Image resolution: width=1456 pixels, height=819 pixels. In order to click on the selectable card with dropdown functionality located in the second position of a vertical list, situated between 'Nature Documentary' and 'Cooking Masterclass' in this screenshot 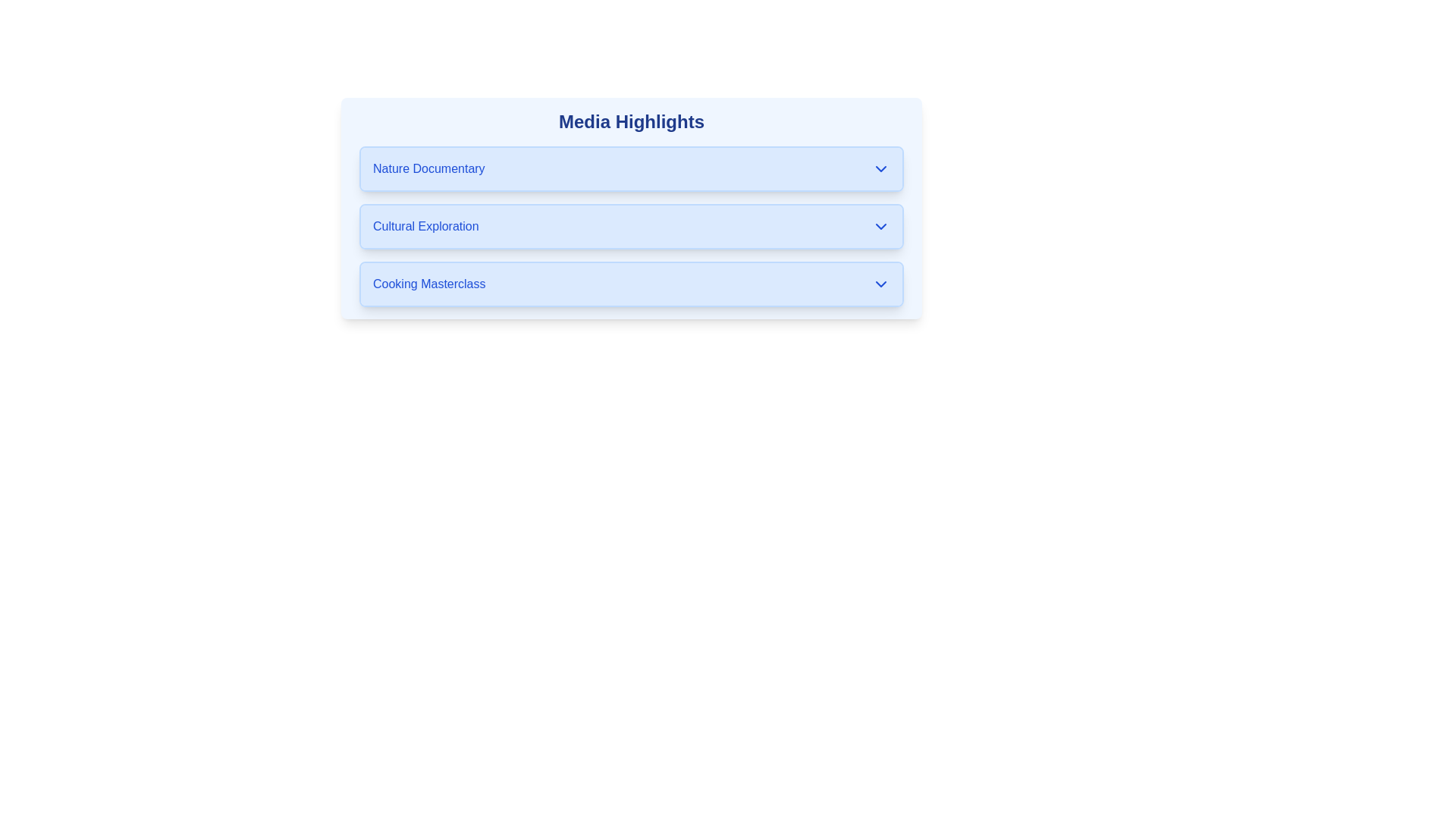, I will do `click(632, 208)`.